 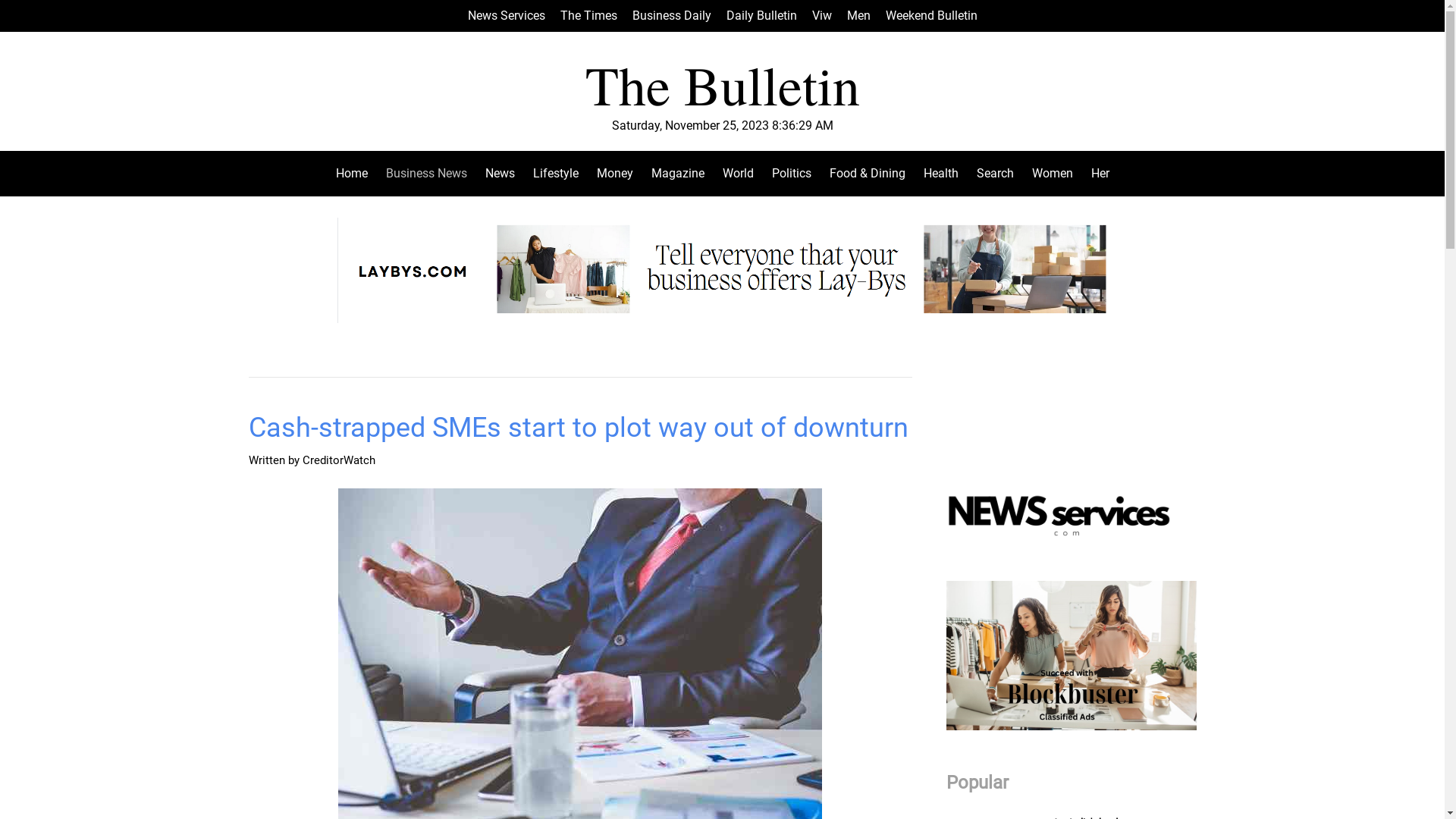 I want to click on 'Men', so click(x=858, y=15).